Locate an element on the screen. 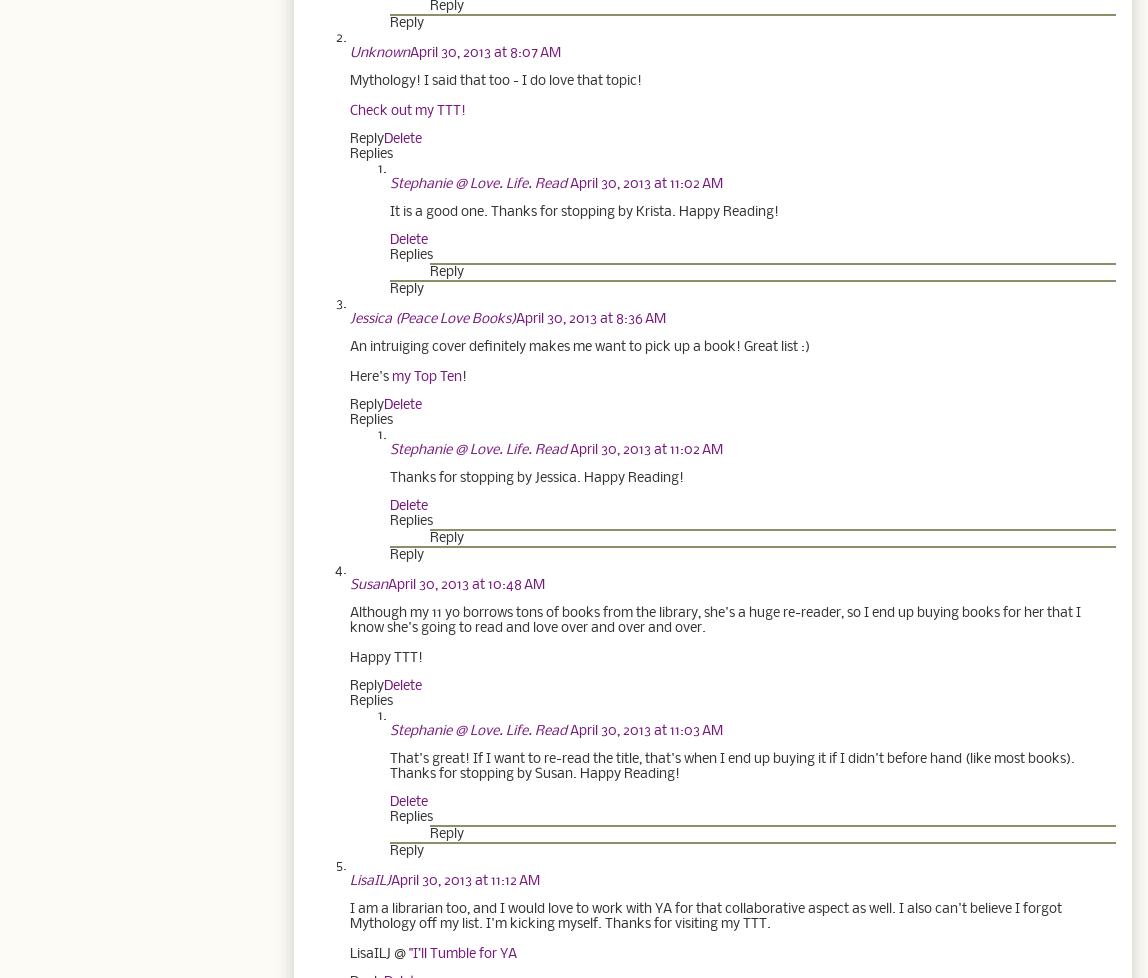  'It is a good one. Thanks for stopping by Krista. Happy Reading!' is located at coordinates (584, 211).